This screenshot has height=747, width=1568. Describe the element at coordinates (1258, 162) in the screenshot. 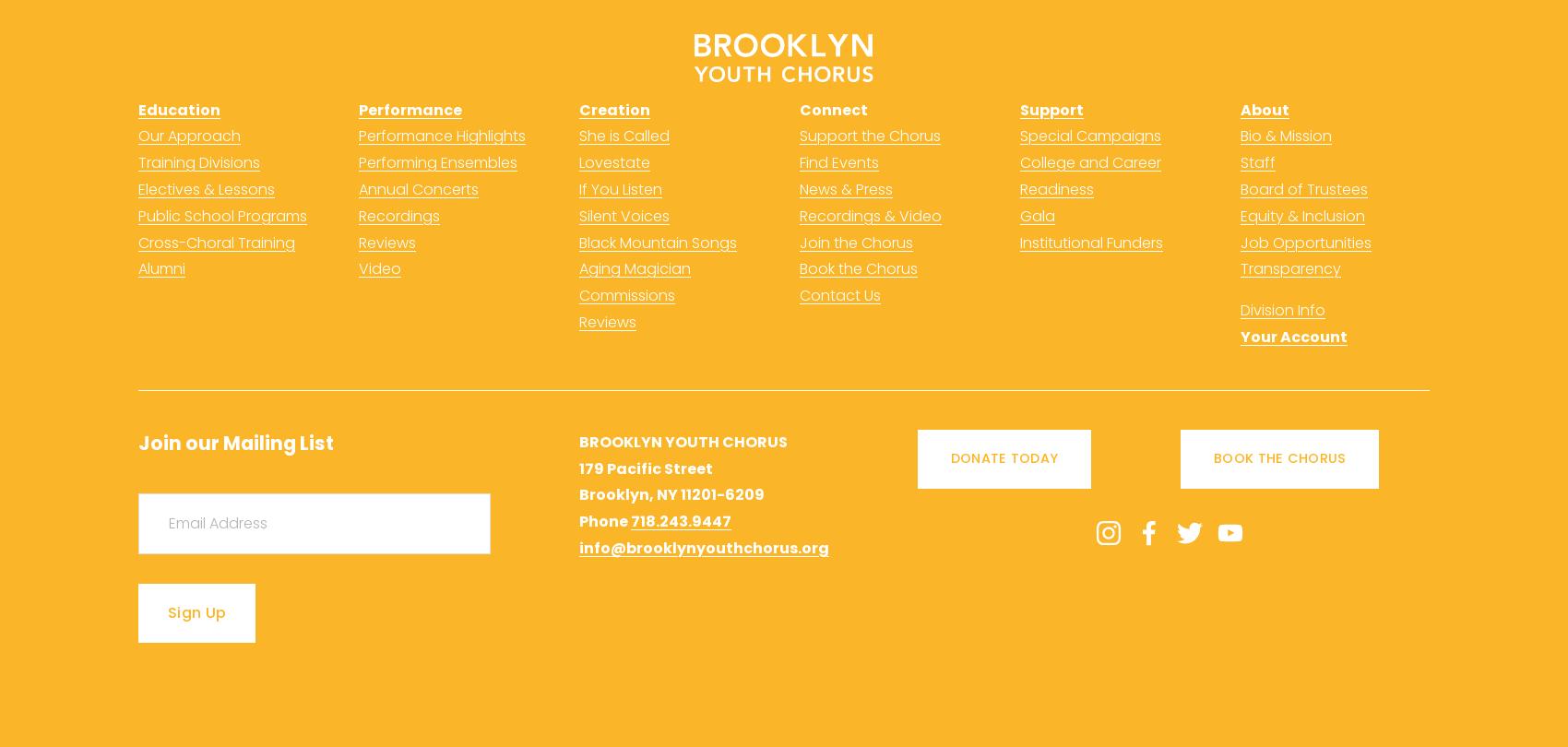

I see `'Staff'` at that location.